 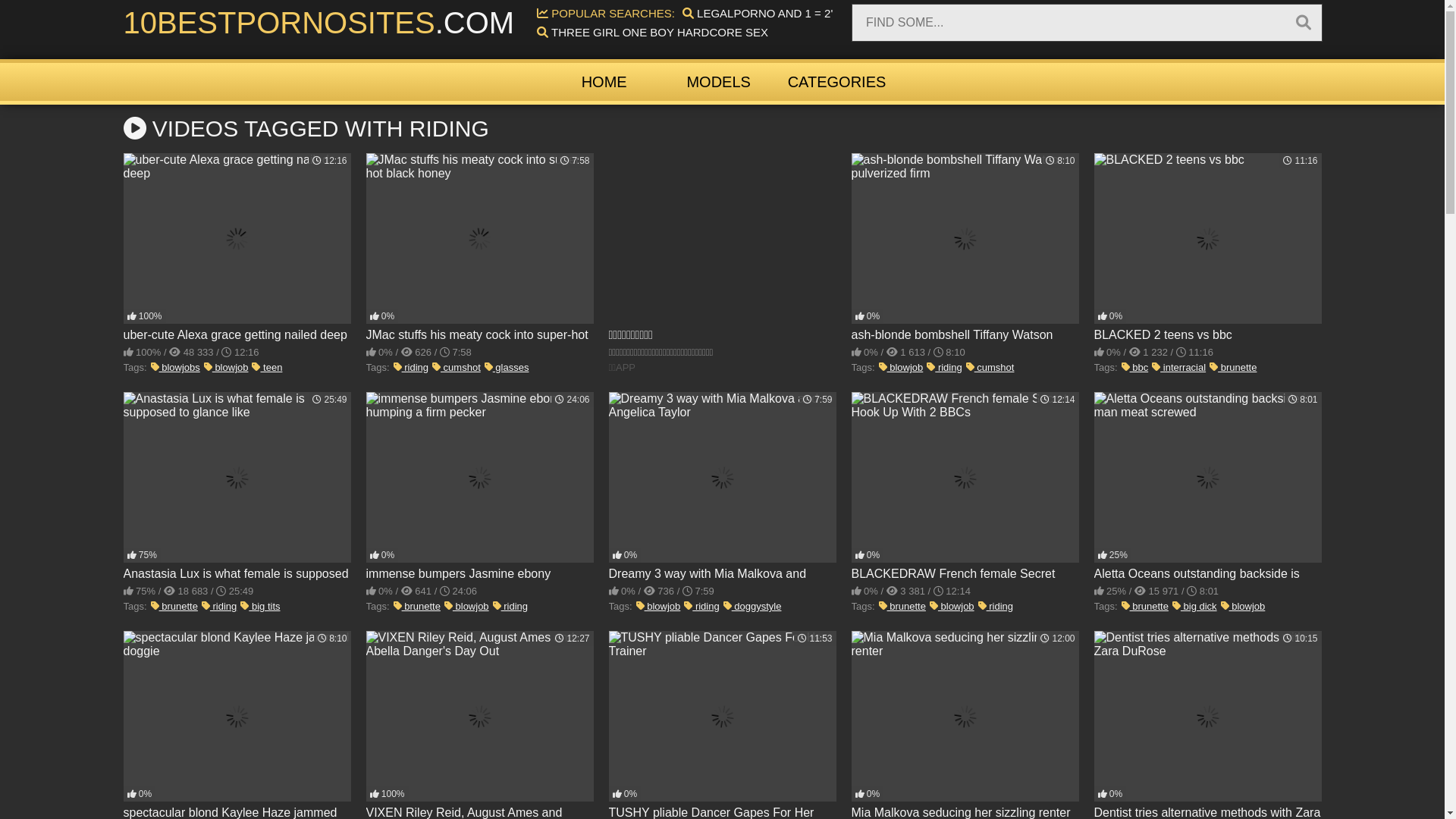 What do you see at coordinates (603, 82) in the screenshot?
I see `'HOME'` at bounding box center [603, 82].